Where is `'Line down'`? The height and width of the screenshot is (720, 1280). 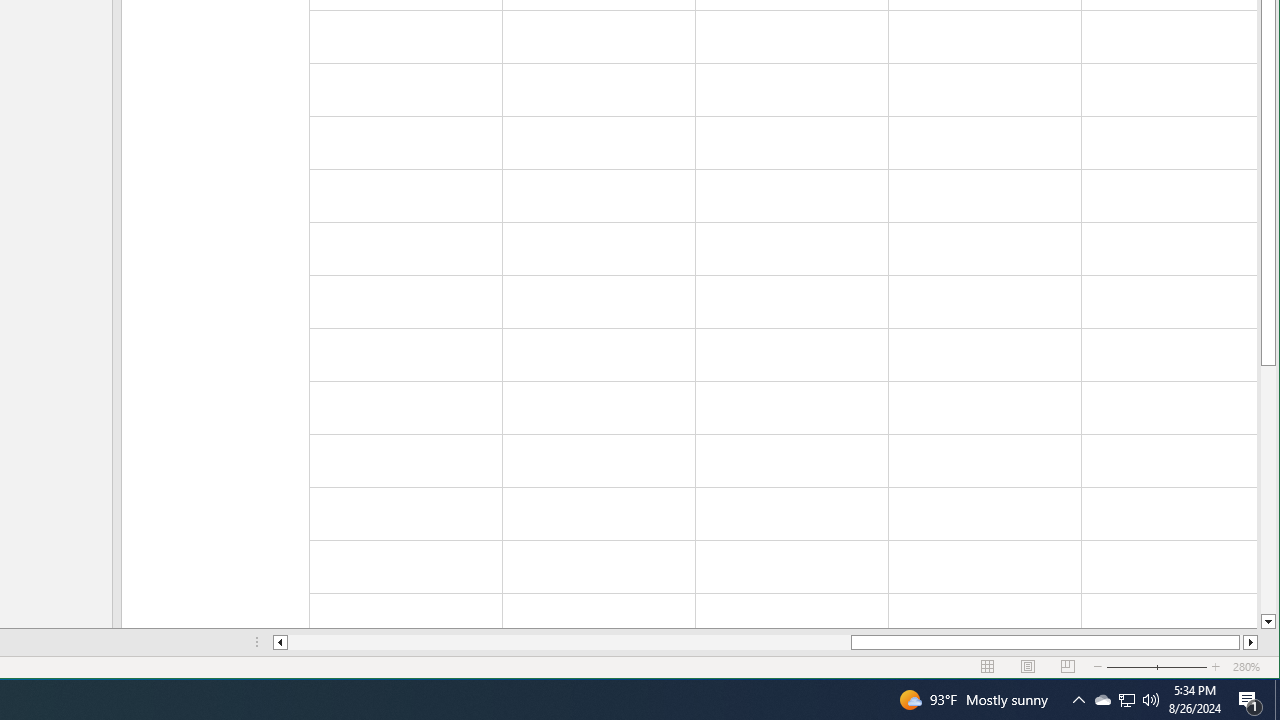
'Line down' is located at coordinates (1267, 621).